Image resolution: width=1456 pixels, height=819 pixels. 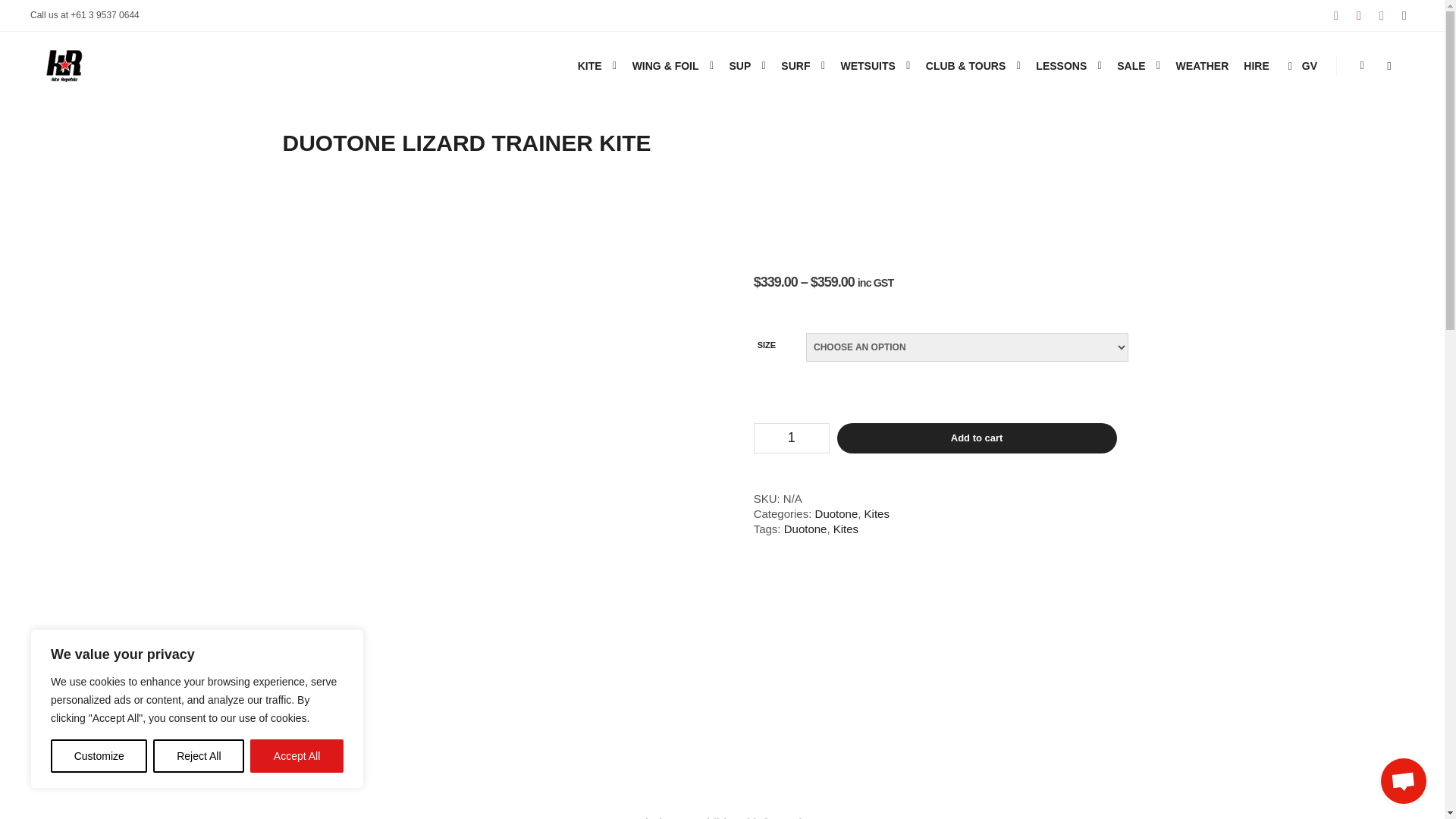 What do you see at coordinates (792, 65) in the screenshot?
I see `'SURF'` at bounding box center [792, 65].